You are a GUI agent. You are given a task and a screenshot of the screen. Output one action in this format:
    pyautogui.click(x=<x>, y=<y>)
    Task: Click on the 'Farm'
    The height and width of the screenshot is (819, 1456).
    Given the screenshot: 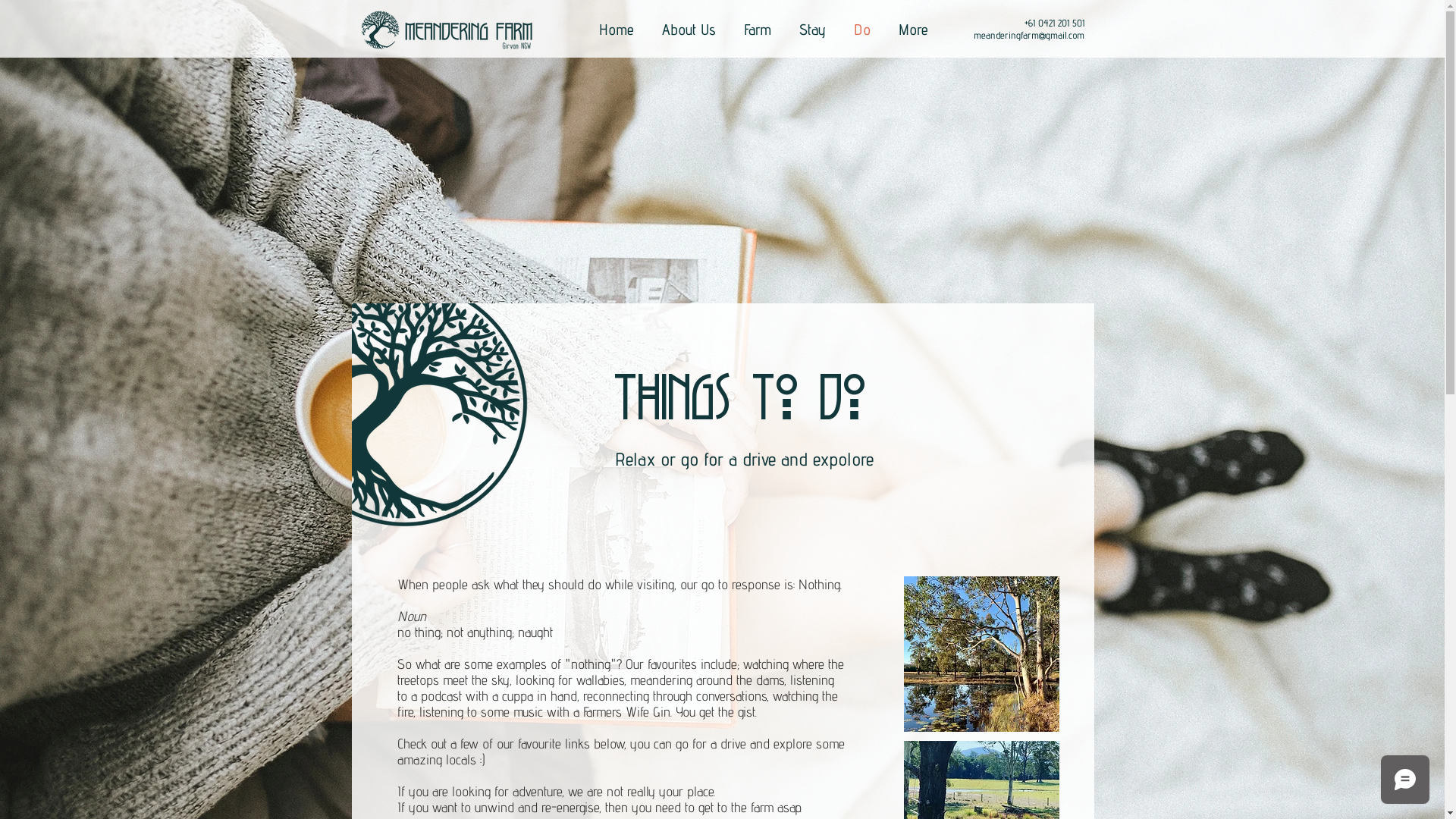 What is the action you would take?
    pyautogui.click(x=729, y=30)
    